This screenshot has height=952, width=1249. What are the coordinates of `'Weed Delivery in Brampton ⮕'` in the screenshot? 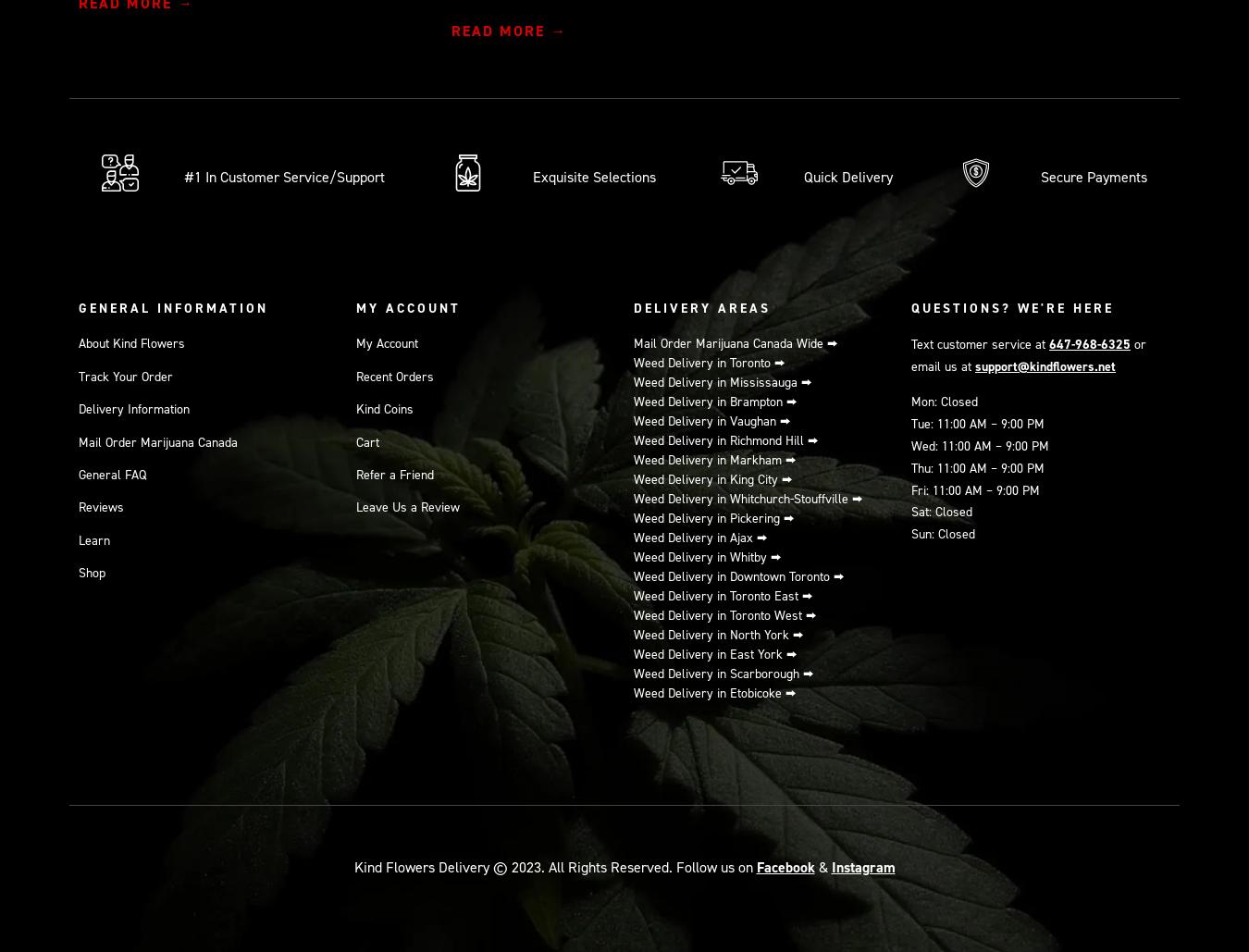 It's located at (714, 401).